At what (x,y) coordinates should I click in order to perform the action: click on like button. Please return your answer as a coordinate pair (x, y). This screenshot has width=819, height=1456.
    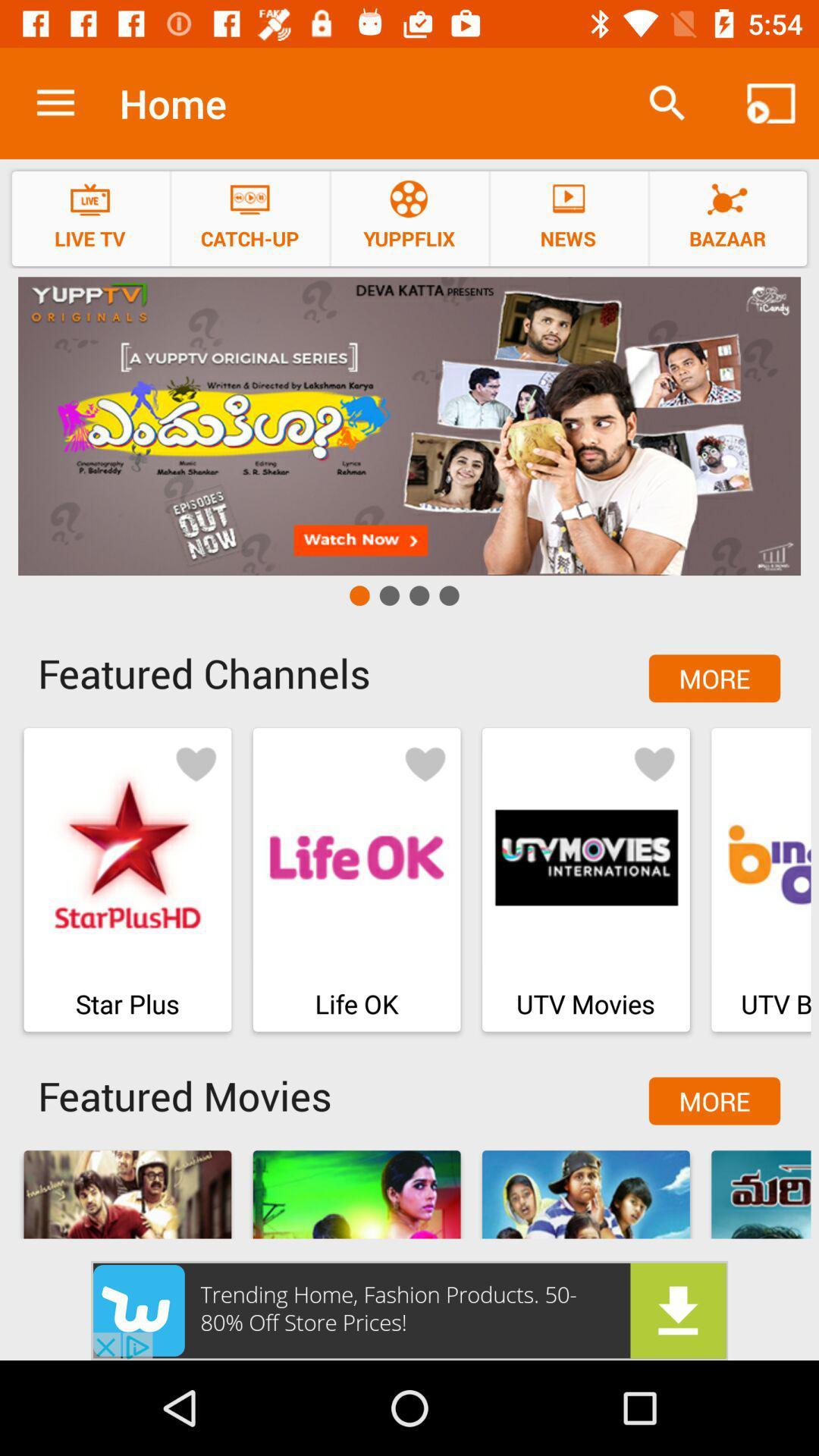
    Looking at the image, I should click on (654, 763).